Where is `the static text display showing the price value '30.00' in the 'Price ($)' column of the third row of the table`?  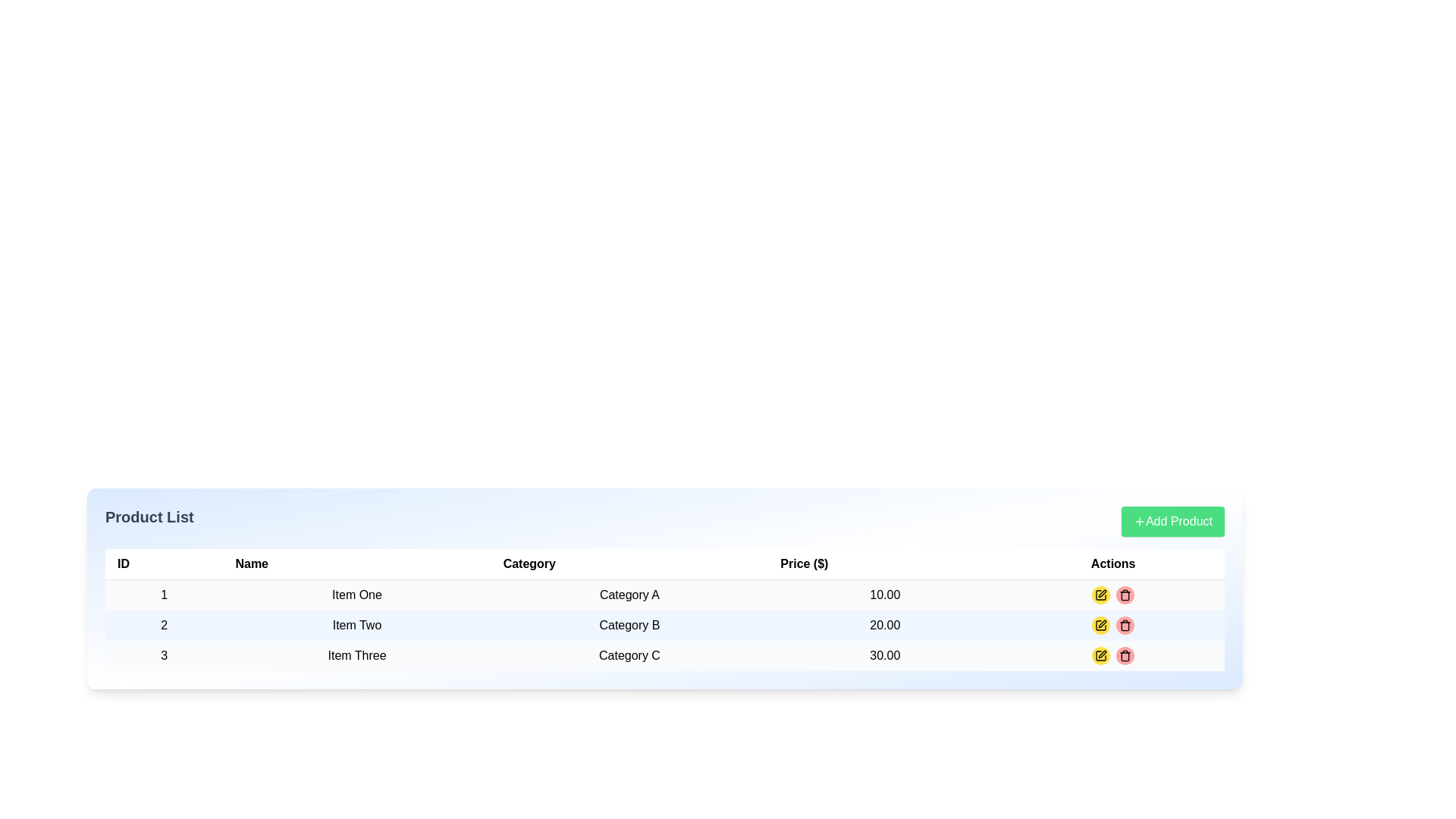 the static text display showing the price value '30.00' in the 'Price ($)' column of the third row of the table is located at coordinates (885, 654).